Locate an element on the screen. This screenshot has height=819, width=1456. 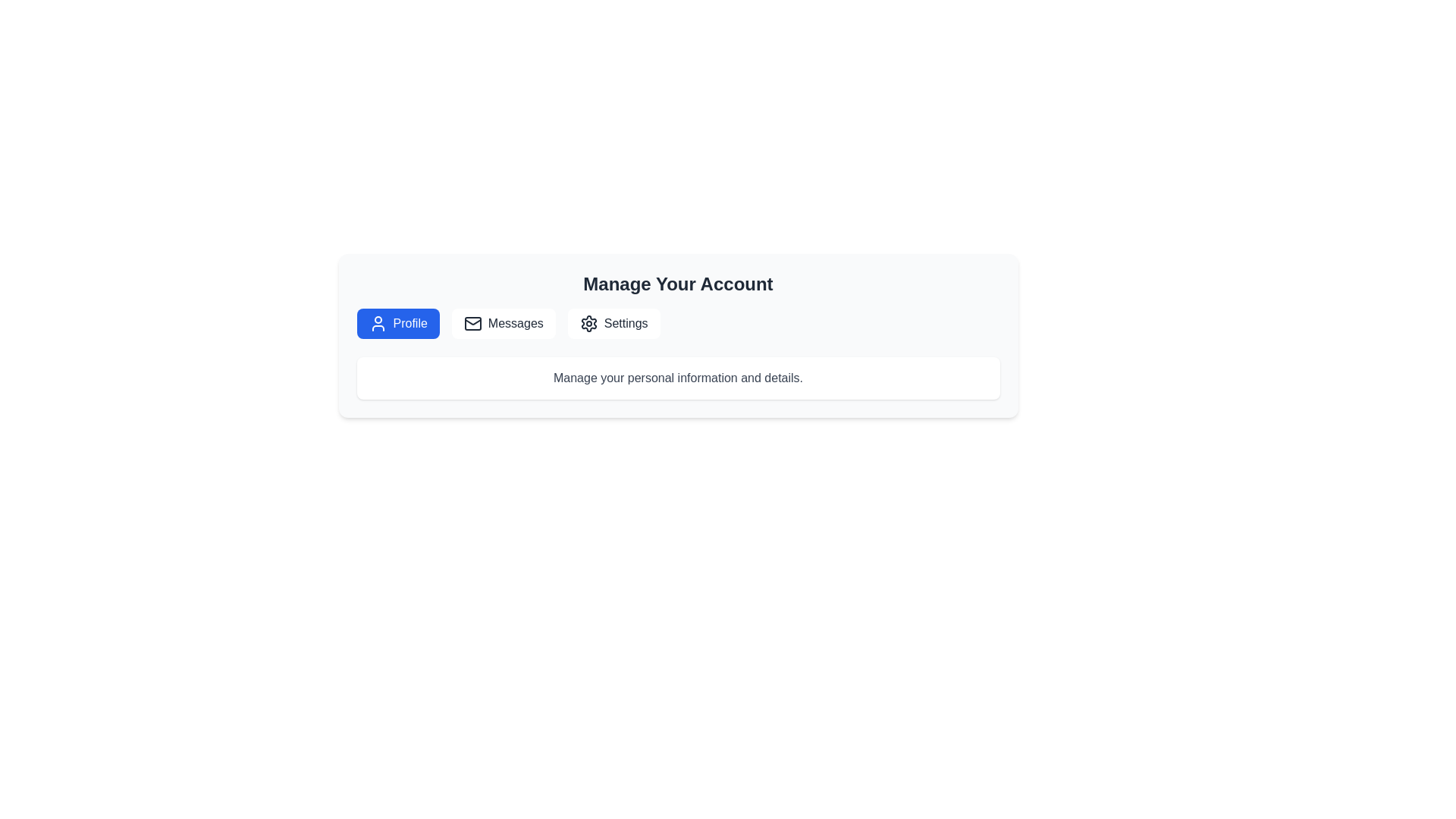
the user silhouette icon located to the left of the 'Profile' text within the blue button is located at coordinates (378, 323).